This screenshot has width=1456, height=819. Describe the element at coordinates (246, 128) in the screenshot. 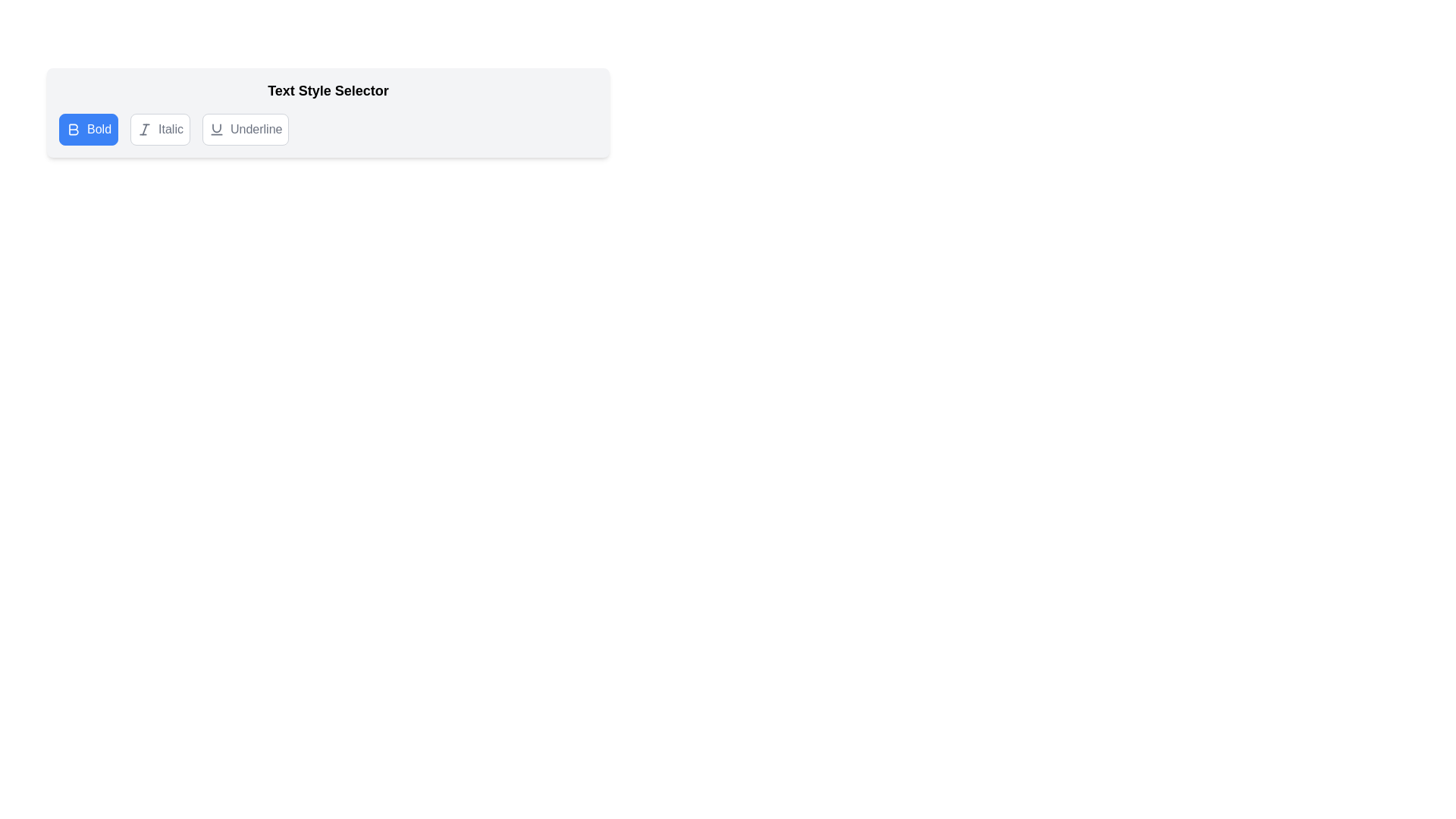

I see `the underline button located in the text-style selector group, which is the third button from the left` at that location.